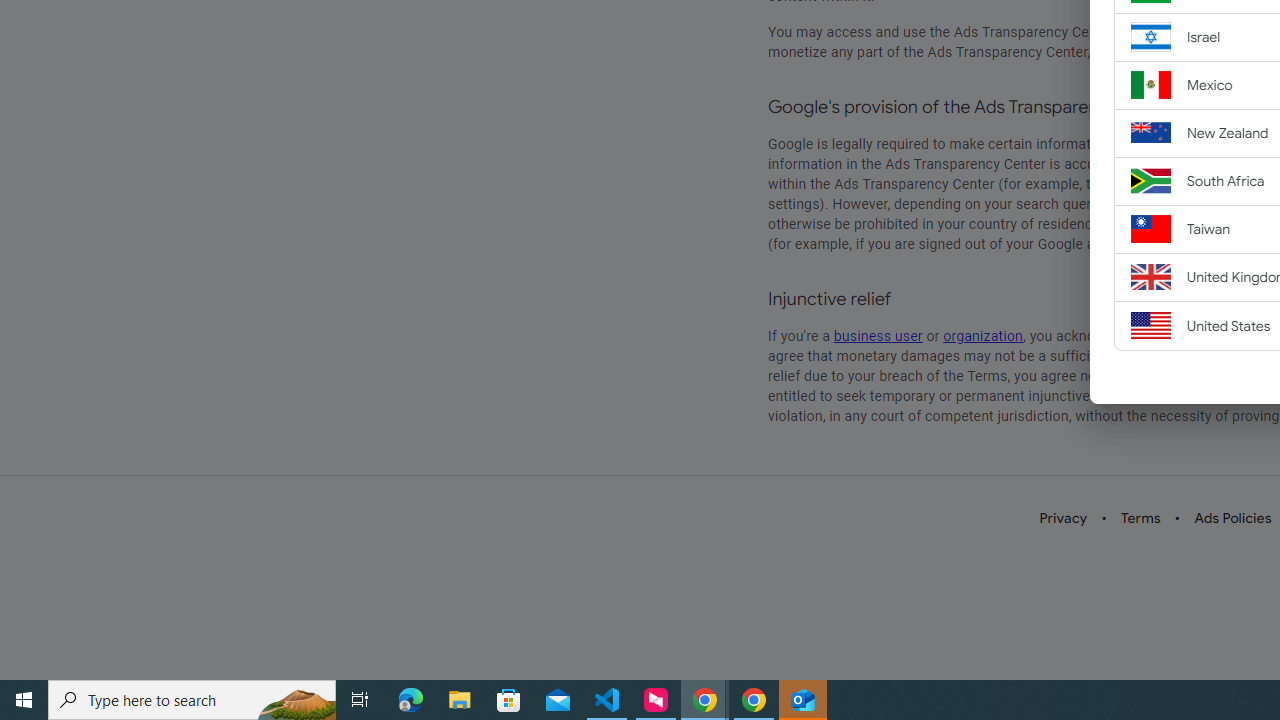  I want to click on 'Ads Policies', so click(1232, 517).